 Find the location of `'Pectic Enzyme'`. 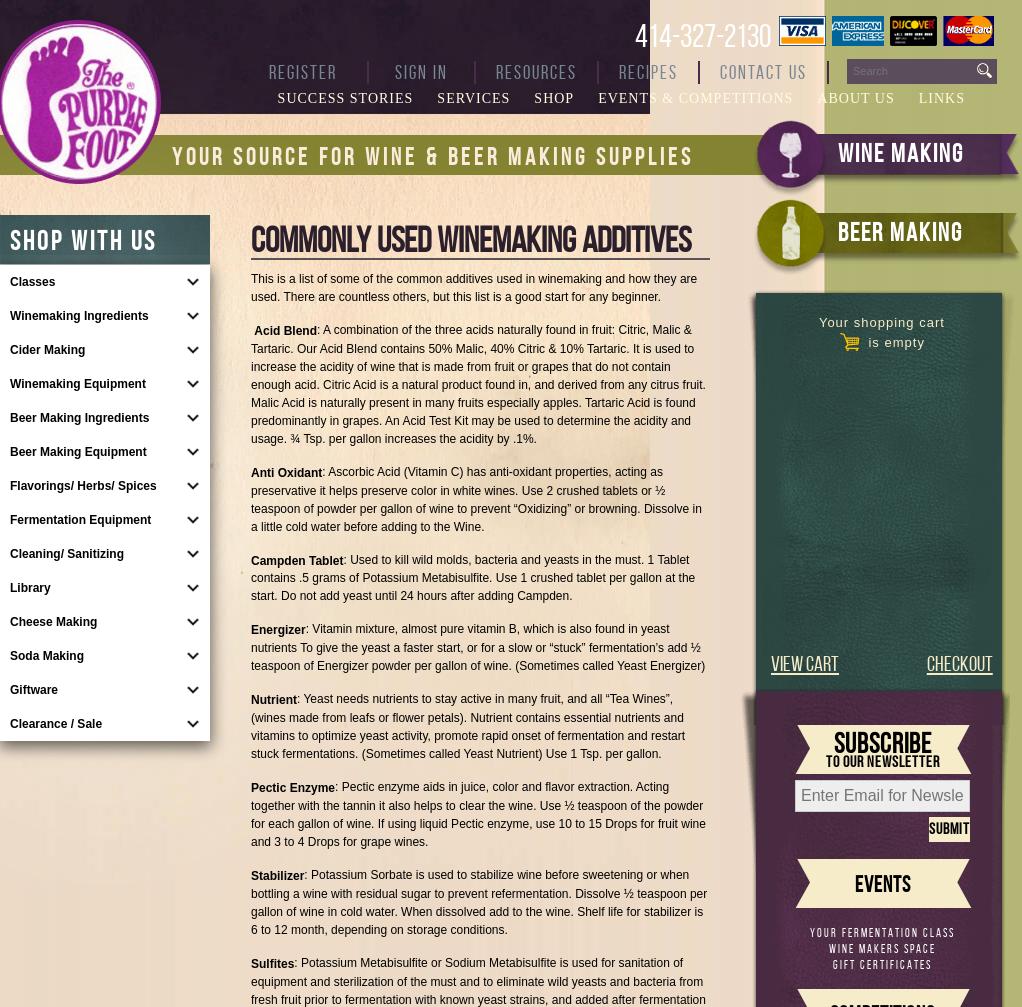

'Pectic Enzyme' is located at coordinates (292, 785).